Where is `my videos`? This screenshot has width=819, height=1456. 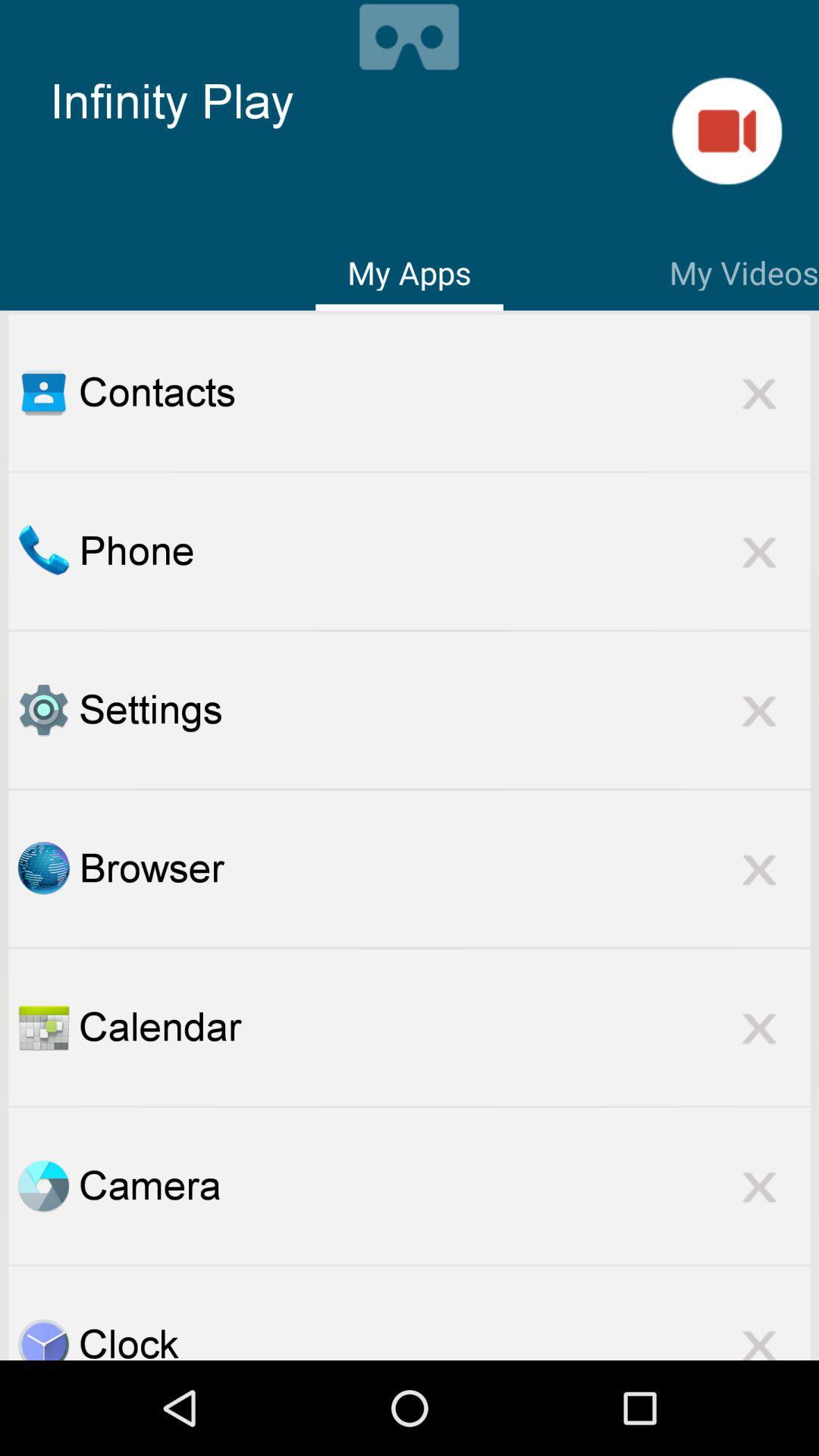
my videos is located at coordinates (726, 130).